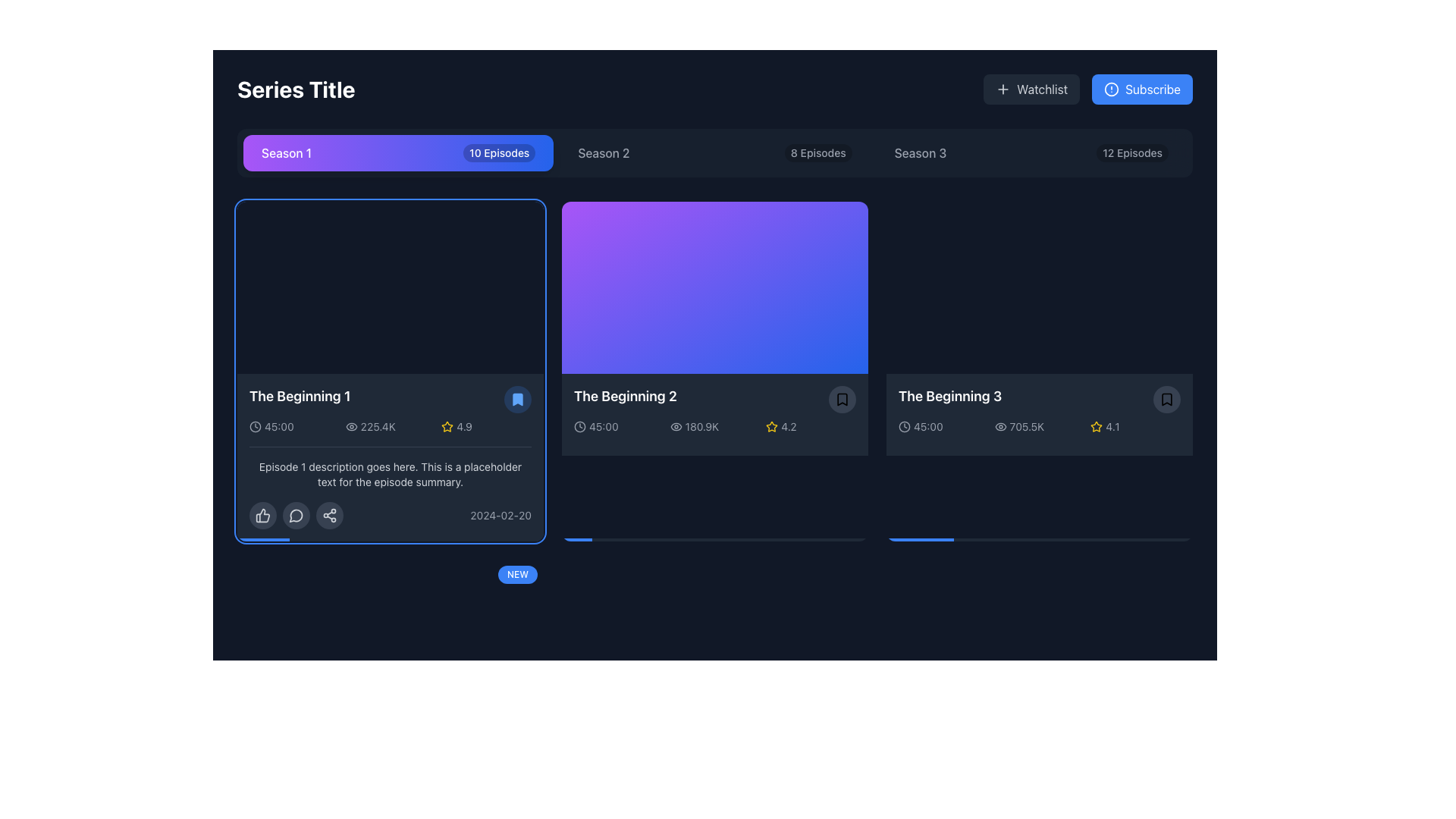 This screenshot has height=819, width=1456. I want to click on the eye icon located to the left of the '705.5K' text in the metadata display area of the card for 'The Beginning 3', so click(1000, 427).